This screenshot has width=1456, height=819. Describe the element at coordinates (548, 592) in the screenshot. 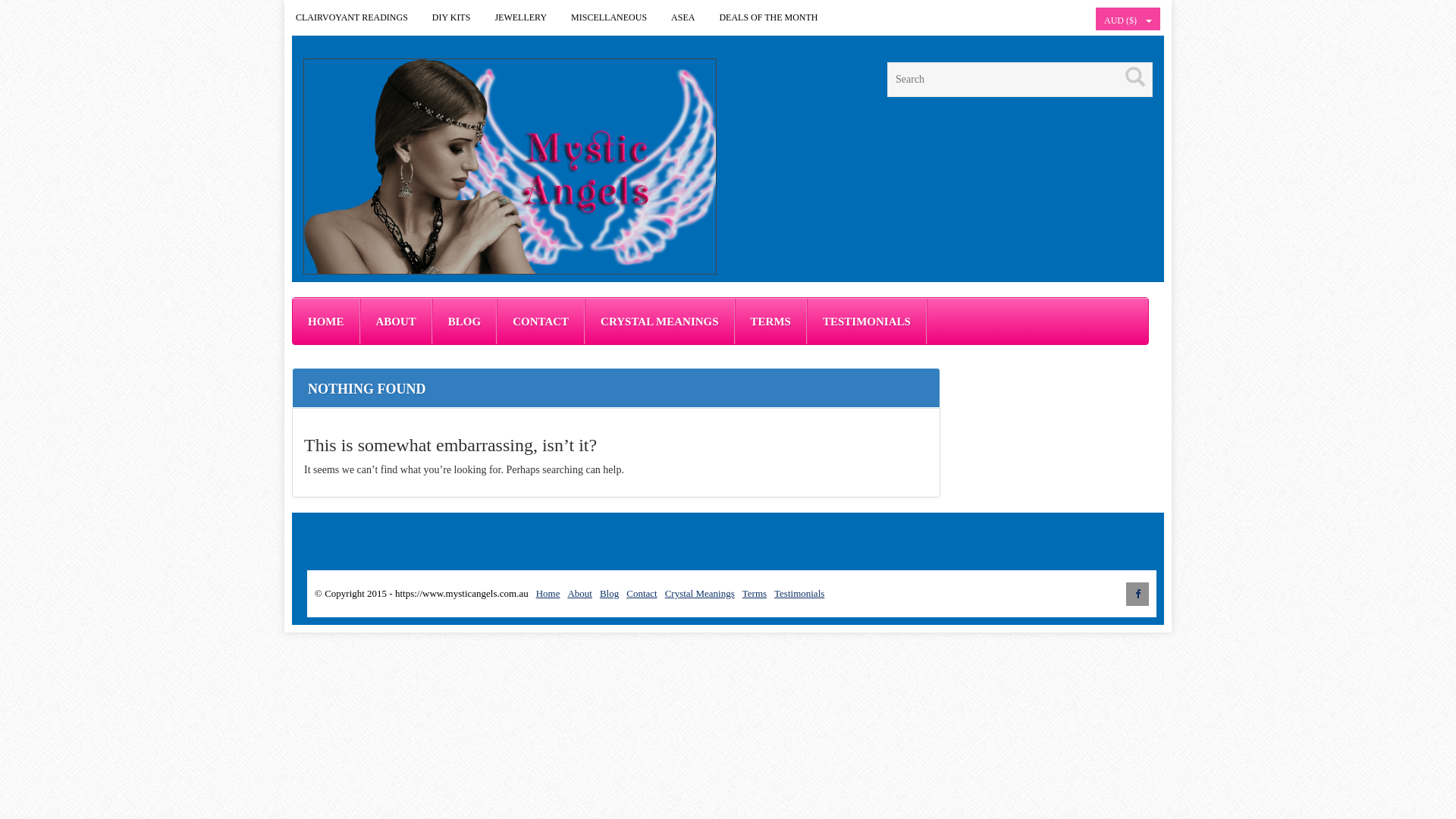

I see `'Home'` at that location.